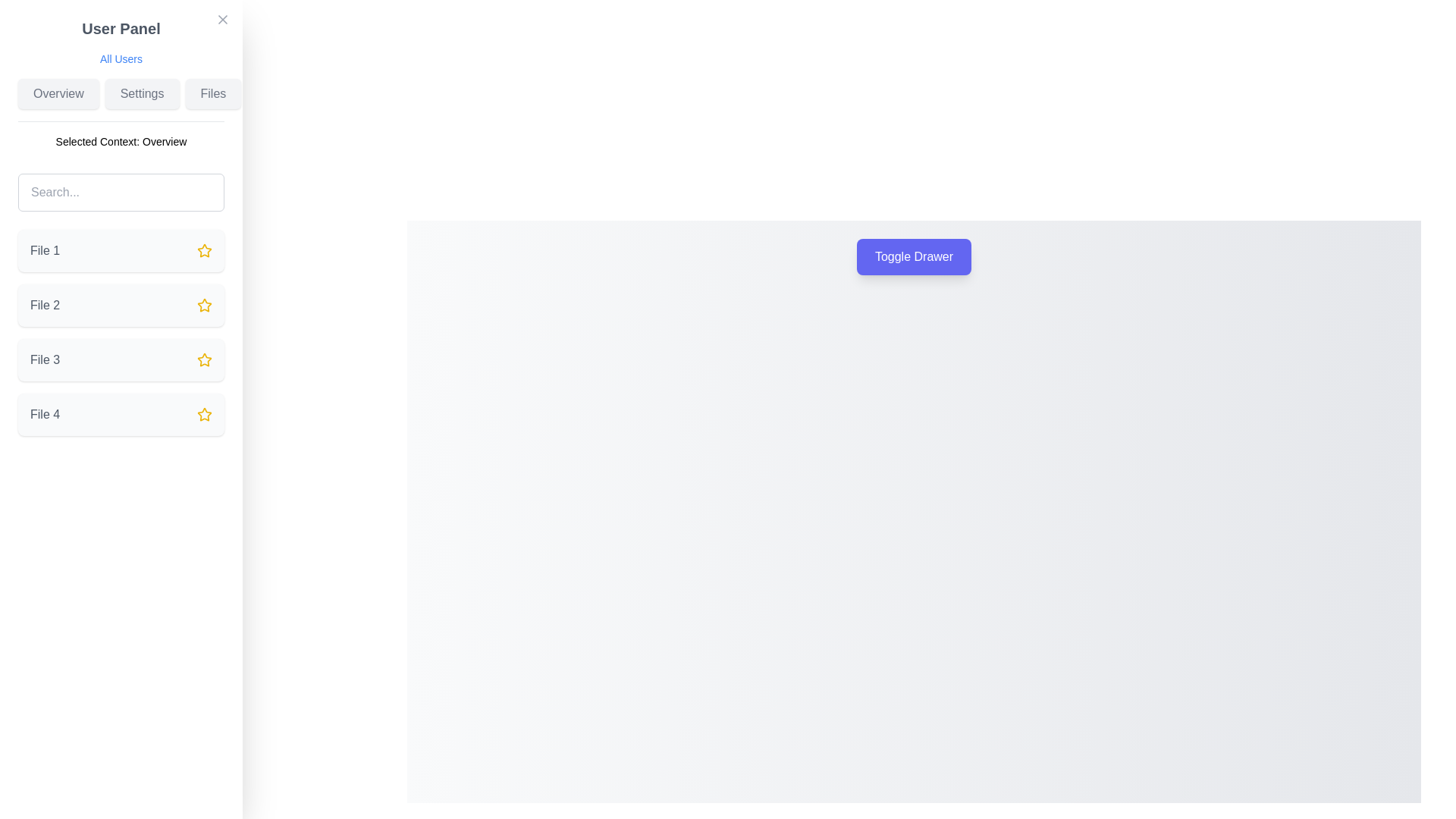 This screenshot has width=1456, height=819. I want to click on the 'Settings' button, which is the second button in the User Panel sidebar, so click(142, 93).